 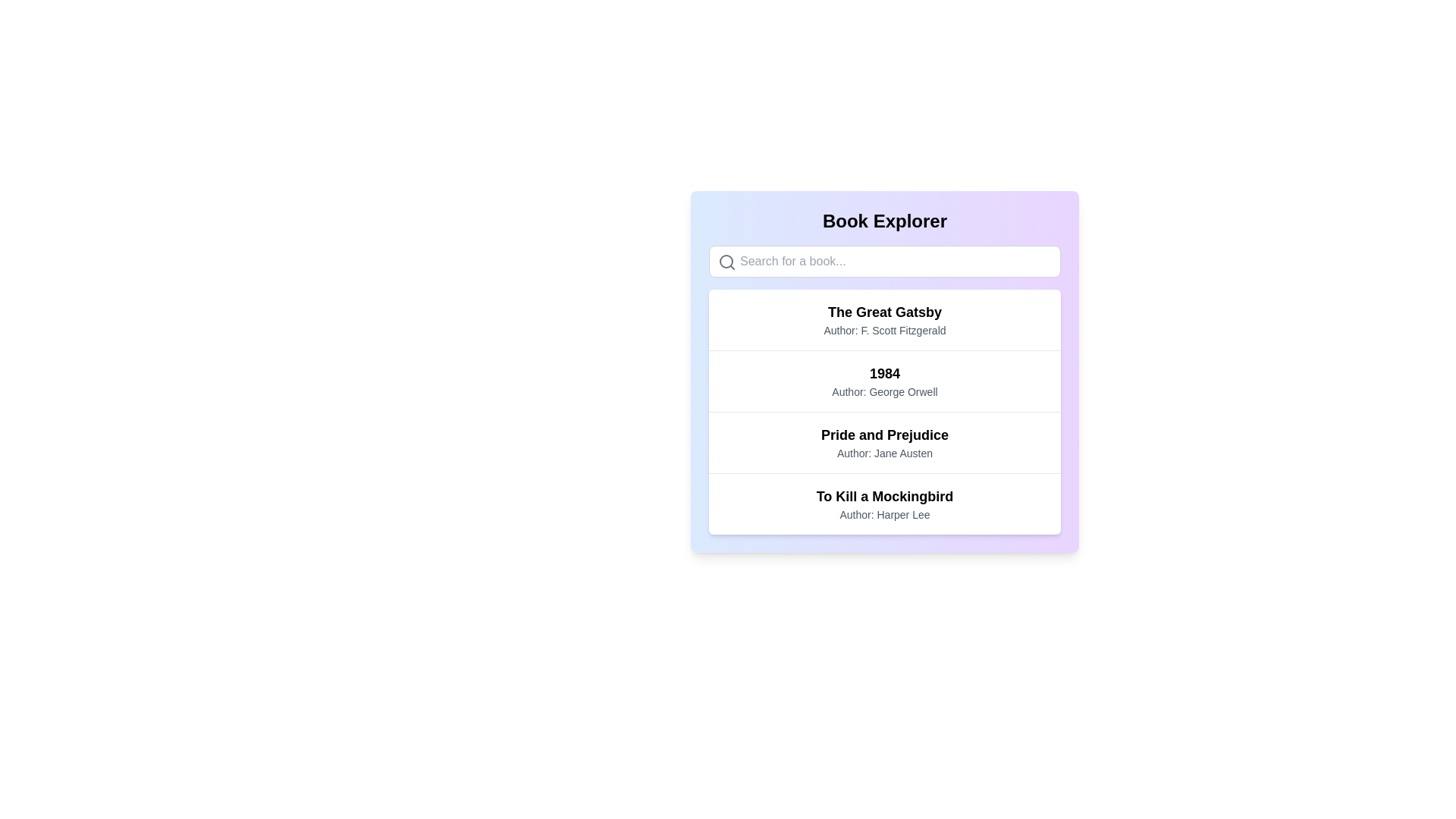 I want to click on text content of the book title label located at the center of the second book entry in the list, which is positioned above the author subtitle 'Author: George Orwell', so click(x=884, y=374).